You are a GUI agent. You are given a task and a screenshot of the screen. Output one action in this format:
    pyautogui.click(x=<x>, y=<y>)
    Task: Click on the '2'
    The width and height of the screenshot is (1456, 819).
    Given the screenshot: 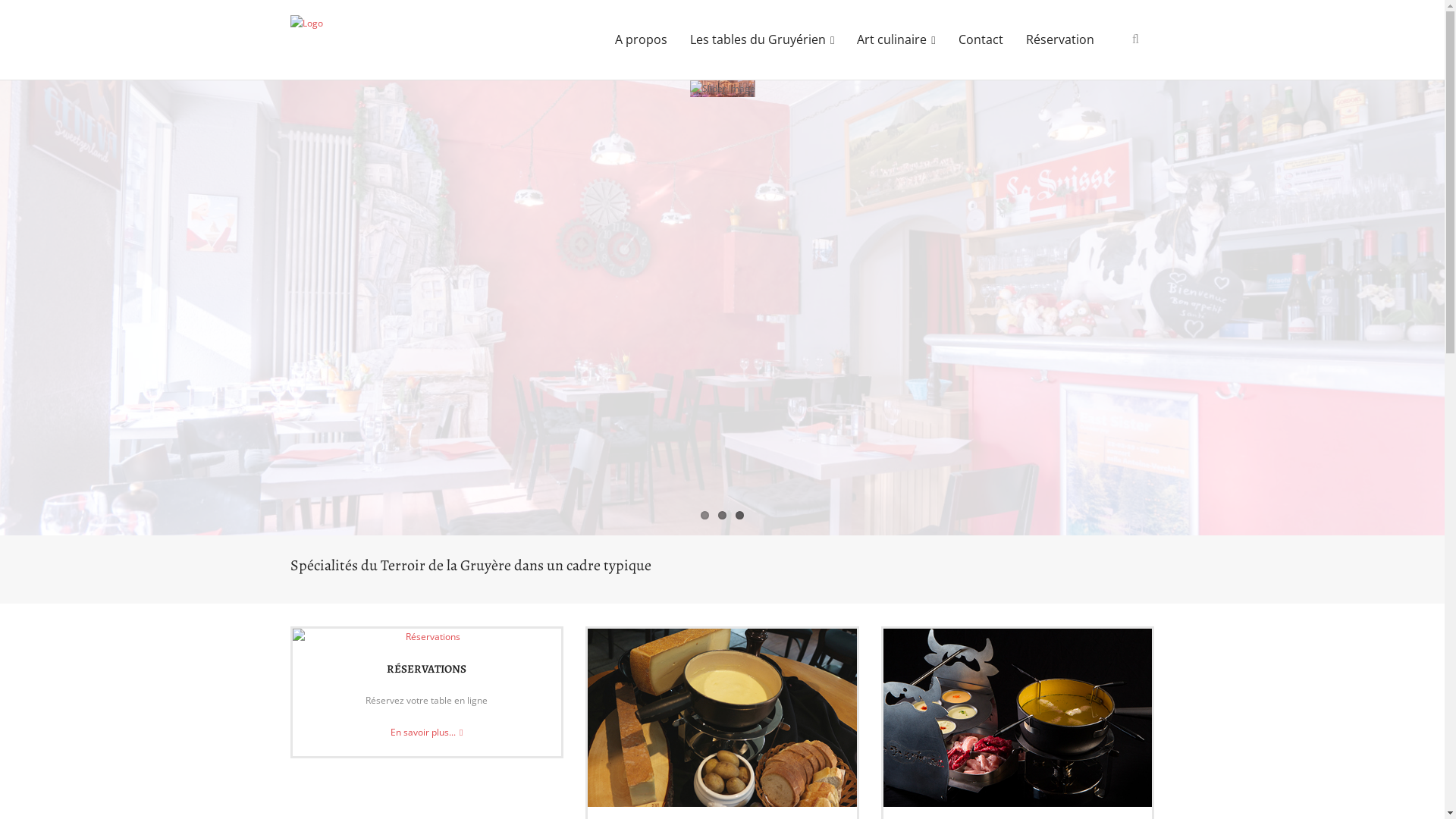 What is the action you would take?
    pyautogui.click(x=721, y=514)
    